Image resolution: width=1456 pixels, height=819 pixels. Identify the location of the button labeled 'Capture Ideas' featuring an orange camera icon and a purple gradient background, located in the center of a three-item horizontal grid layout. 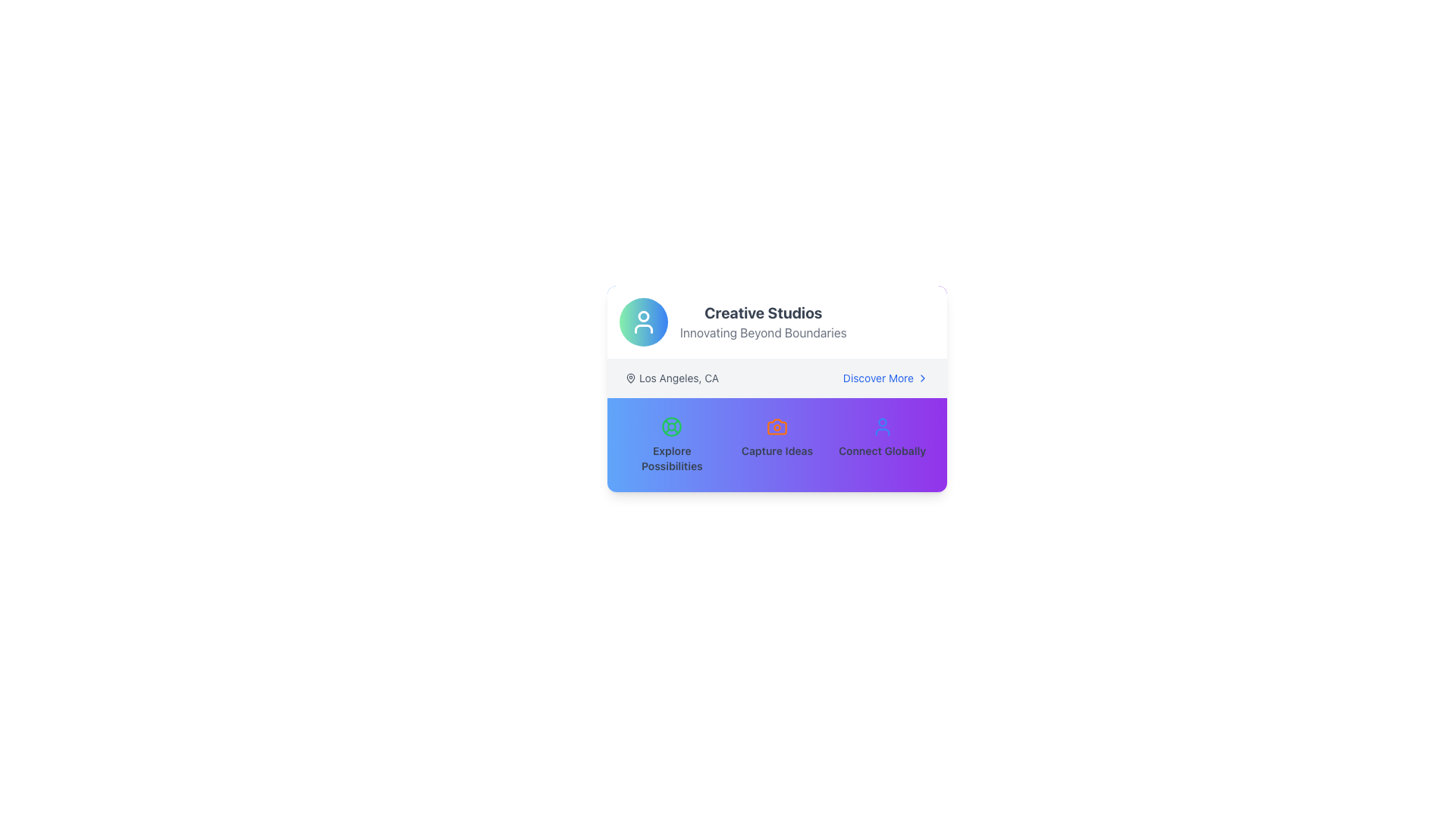
(777, 444).